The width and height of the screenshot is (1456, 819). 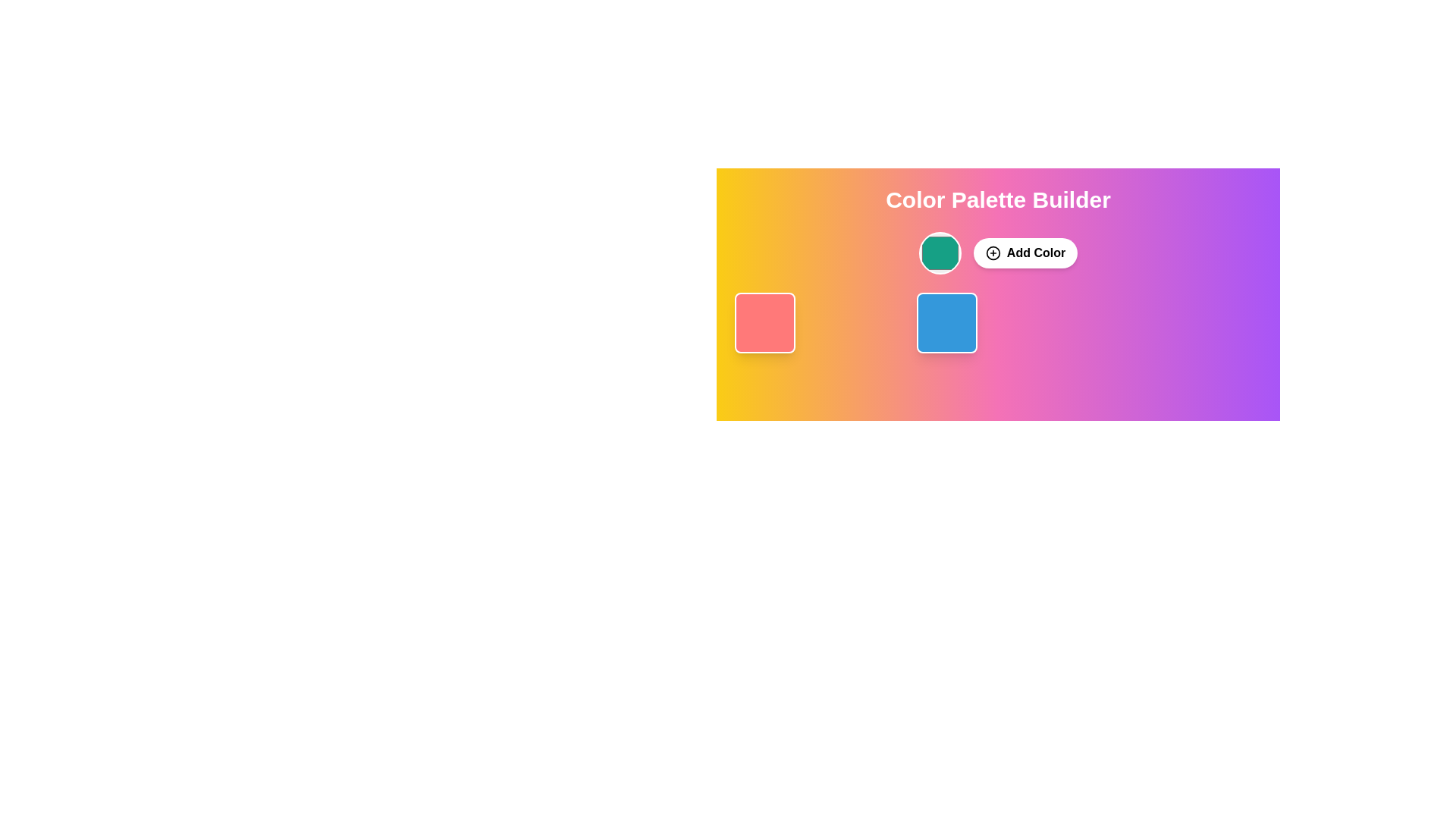 What do you see at coordinates (1025, 253) in the screenshot?
I see `the 'Add Color' button which has a rounded shape, white background, bold black text, and is positioned to the right of the circular color selector` at bounding box center [1025, 253].